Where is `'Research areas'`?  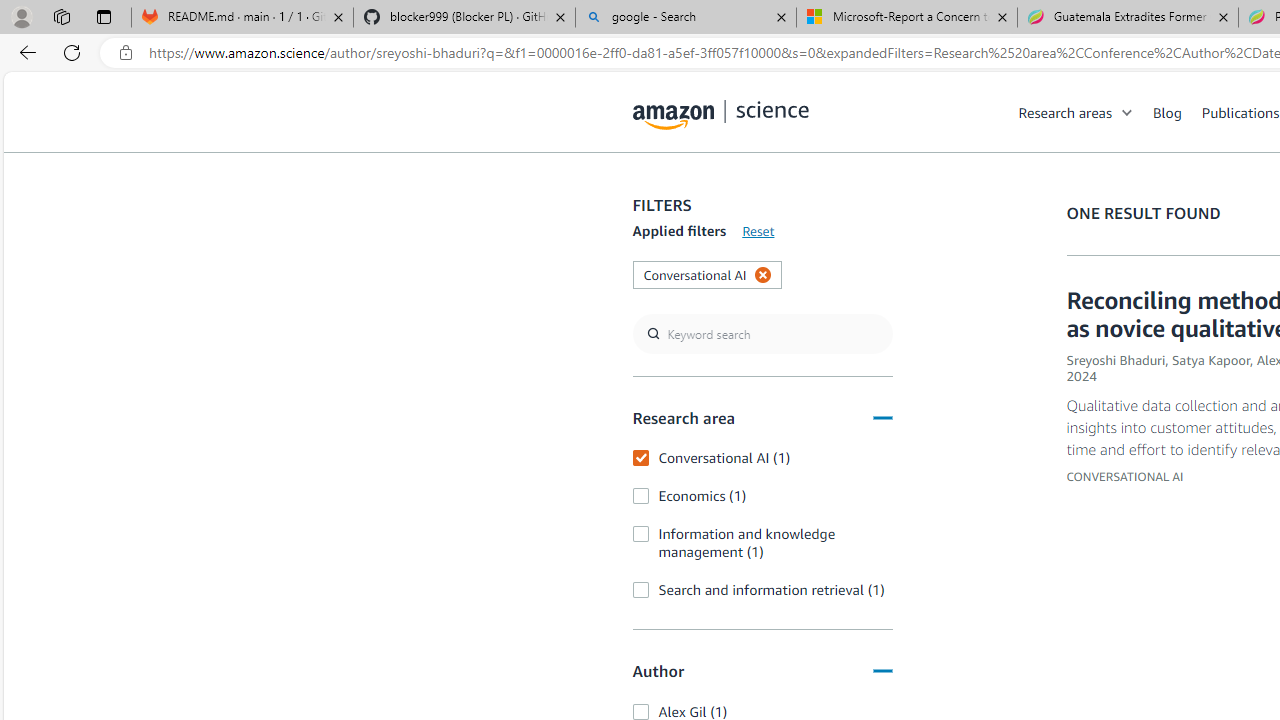 'Research areas' is located at coordinates (1064, 111).